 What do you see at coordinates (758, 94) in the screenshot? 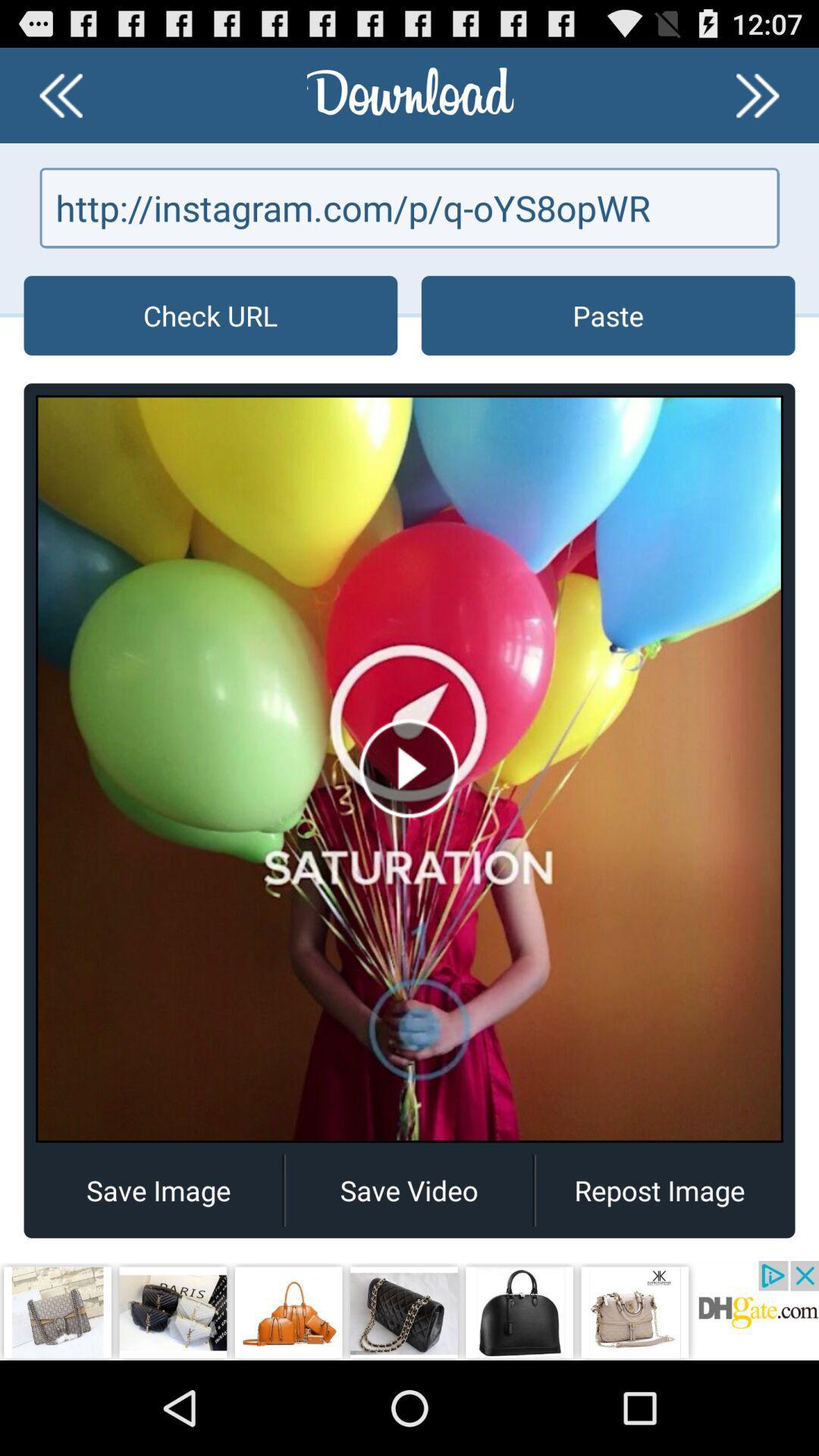
I see `next page` at bounding box center [758, 94].